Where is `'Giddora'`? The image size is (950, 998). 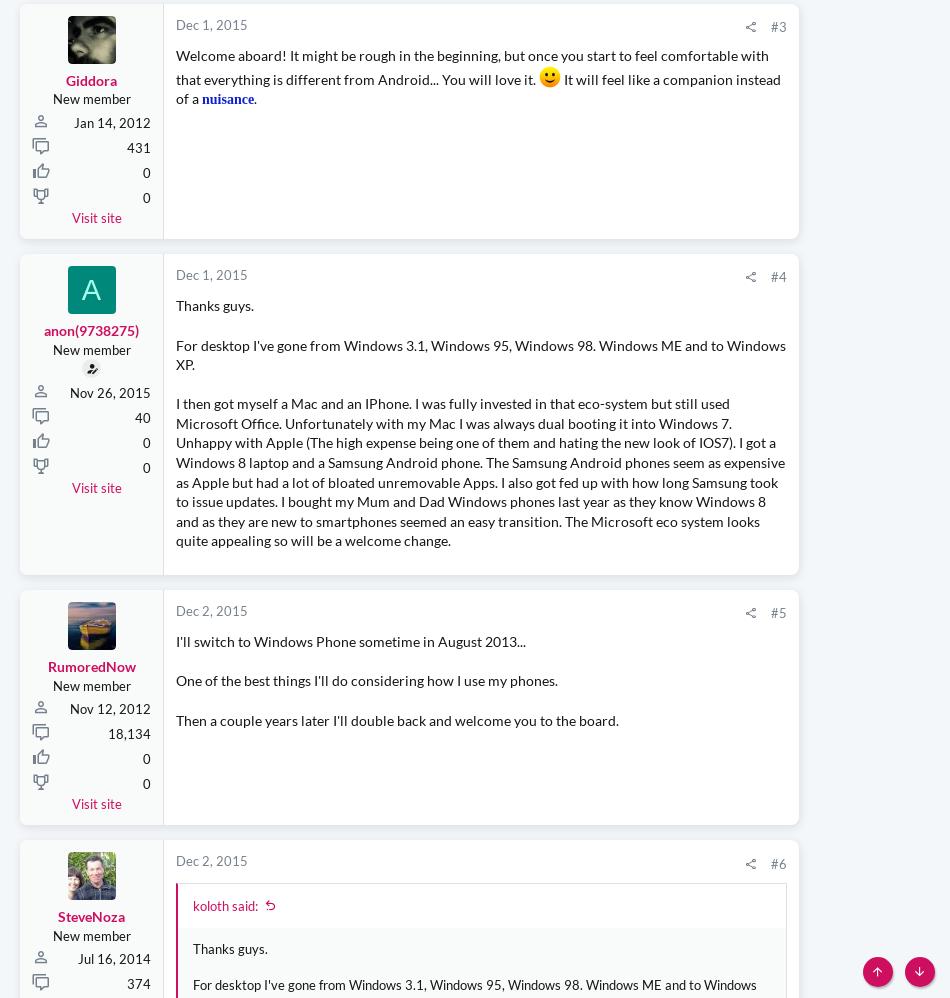
'Giddora' is located at coordinates (91, 157).